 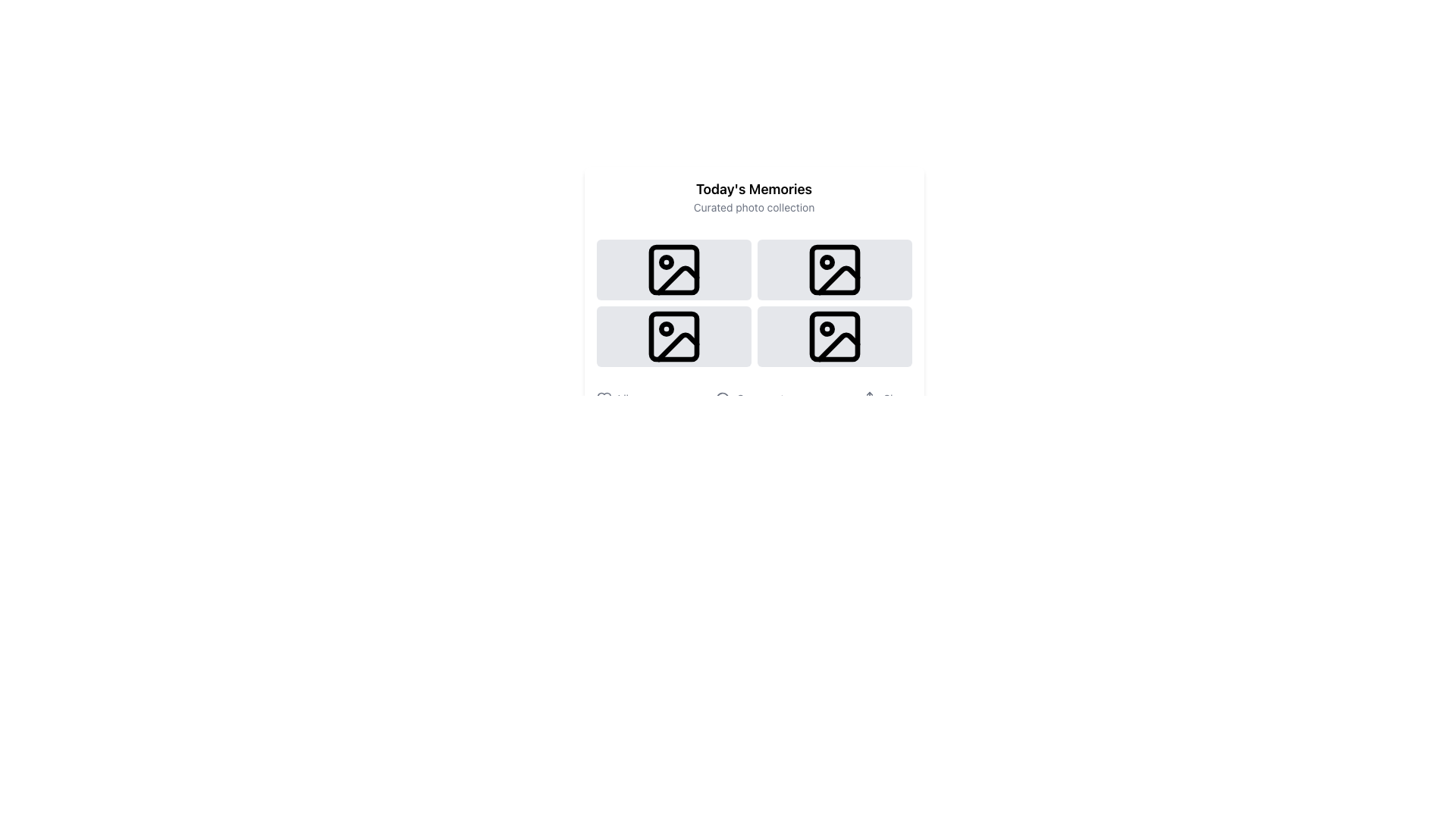 I want to click on the heart icon that represents the 'like' action, which is located to the left of the text label 'Like.', so click(x=603, y=397).